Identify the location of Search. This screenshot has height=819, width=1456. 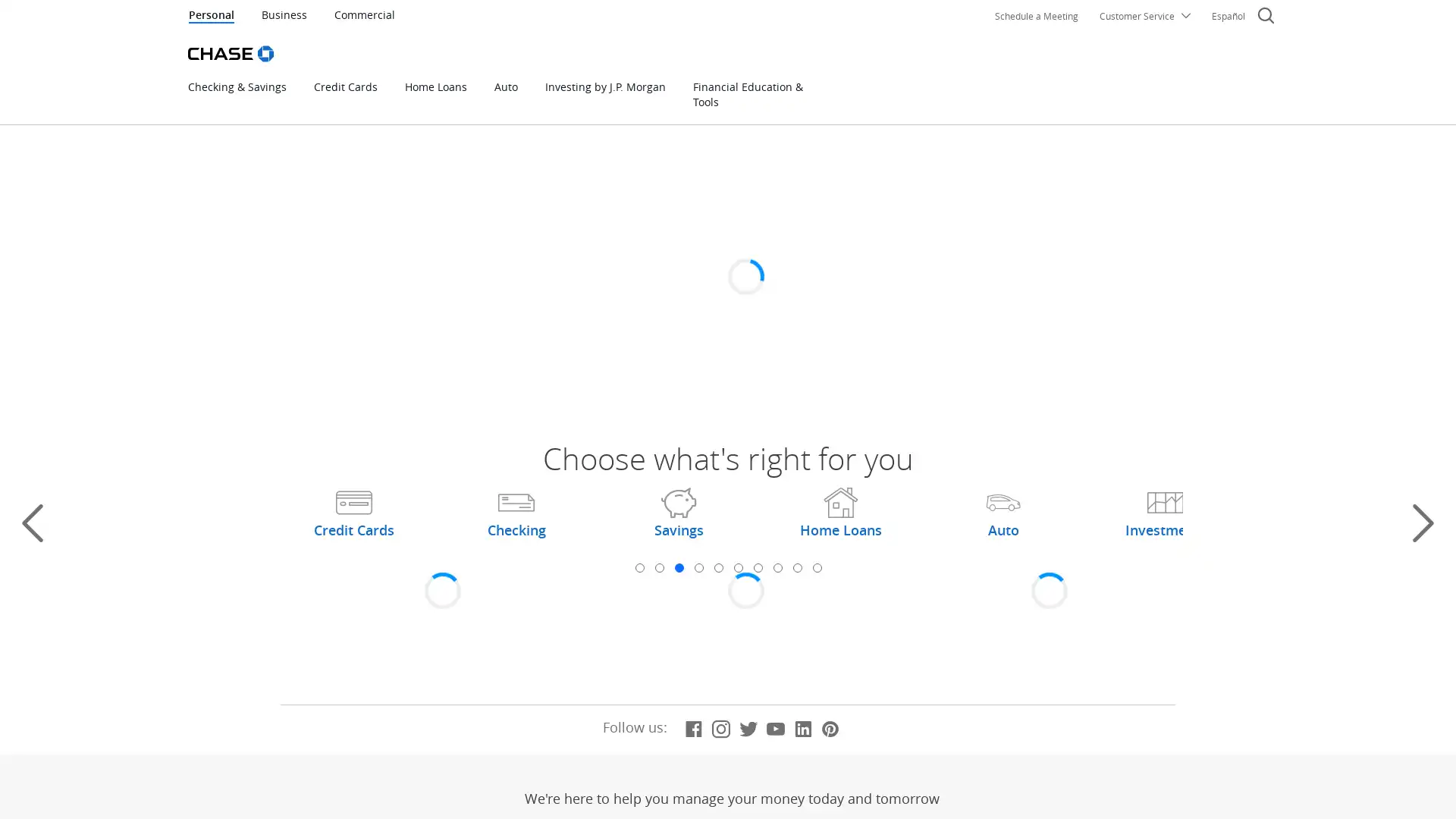
(1266, 17).